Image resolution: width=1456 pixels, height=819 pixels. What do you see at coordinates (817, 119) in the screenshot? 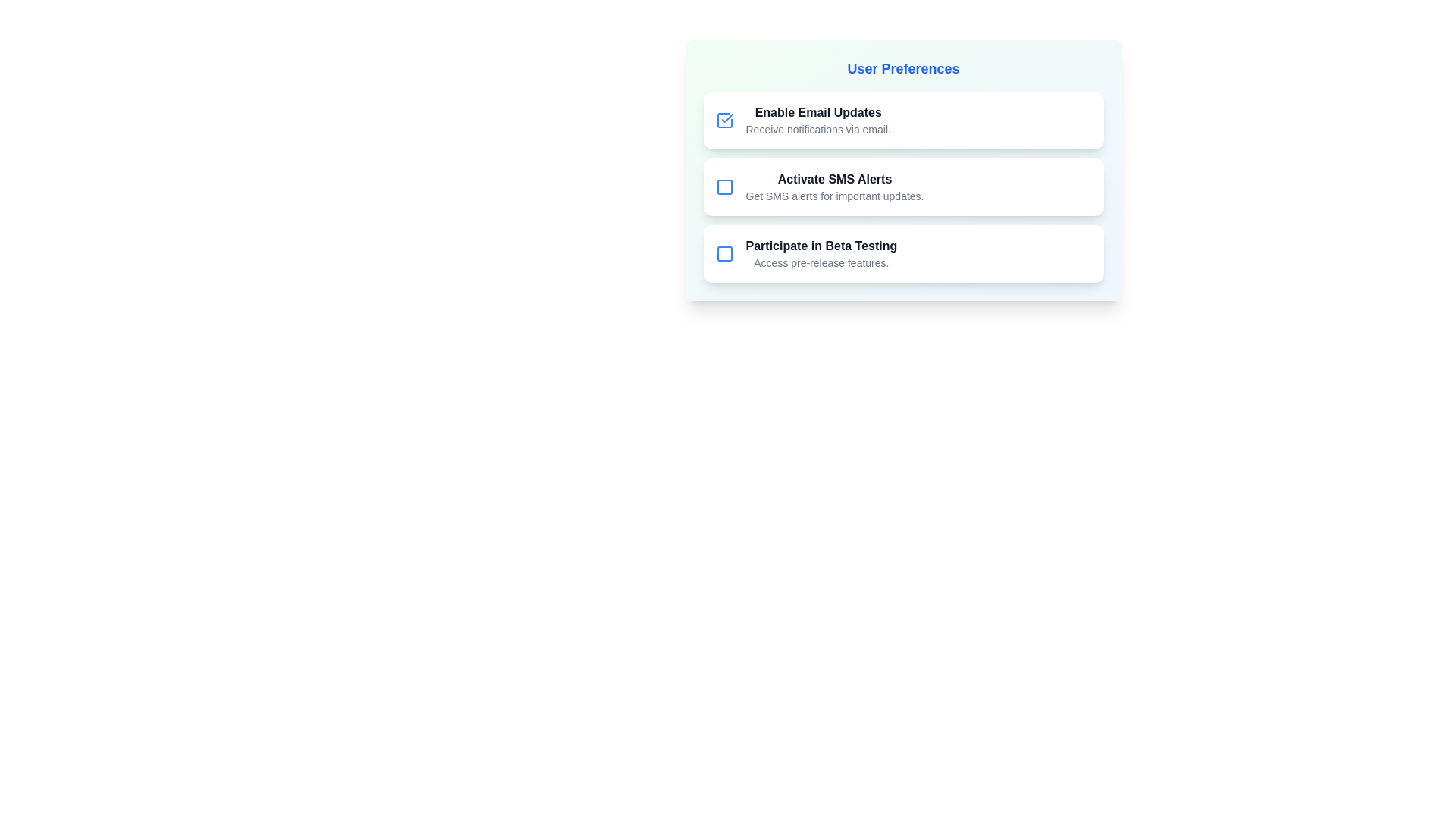
I see `the textual label 'Enable Email Updates' with a subheading 'Receive notifications via email', located at the top of the 'User Preferences' section` at bounding box center [817, 119].